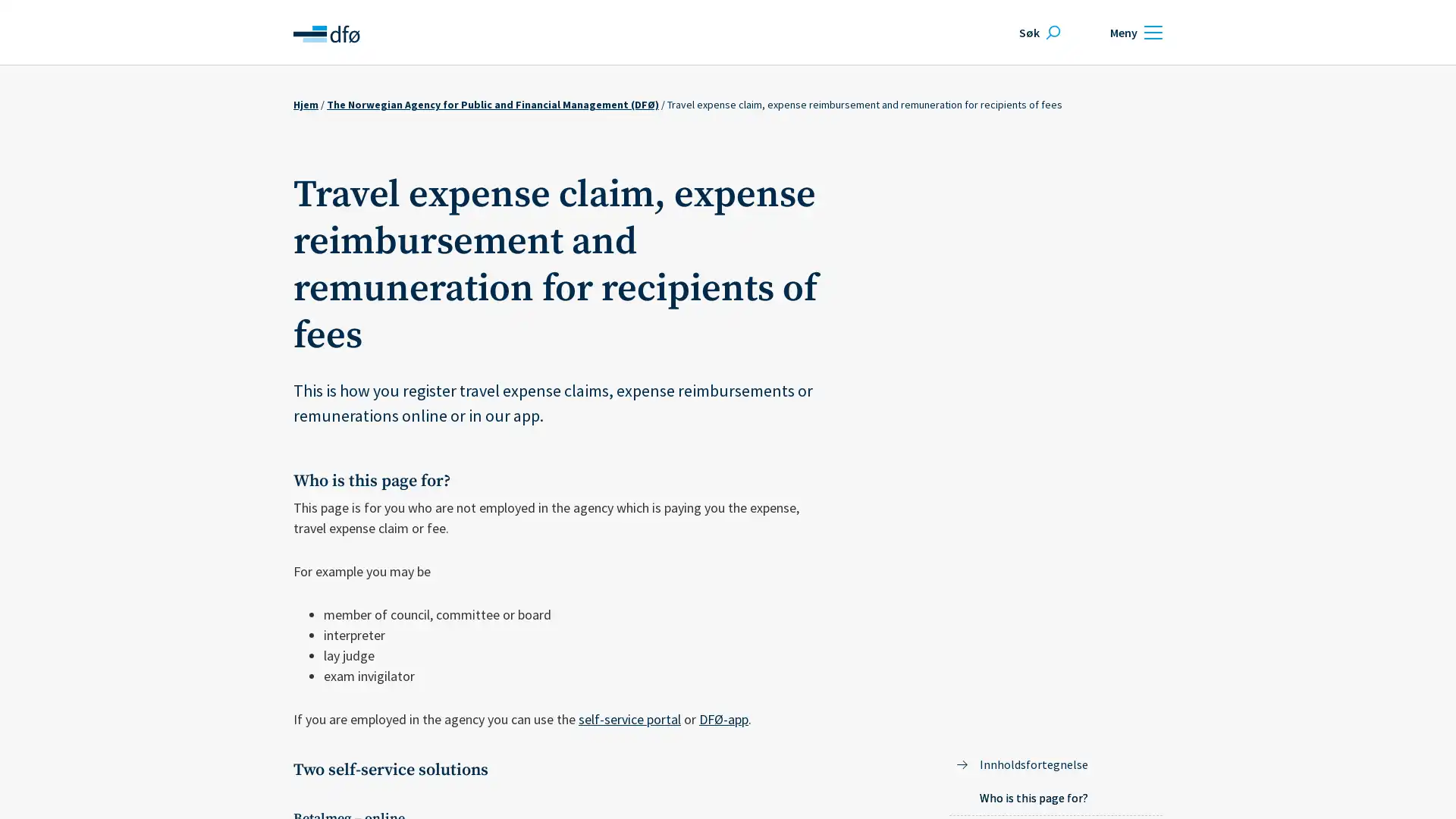 This screenshot has height=819, width=1456. Describe the element at coordinates (1037, 32) in the screenshot. I see `Sk` at that location.